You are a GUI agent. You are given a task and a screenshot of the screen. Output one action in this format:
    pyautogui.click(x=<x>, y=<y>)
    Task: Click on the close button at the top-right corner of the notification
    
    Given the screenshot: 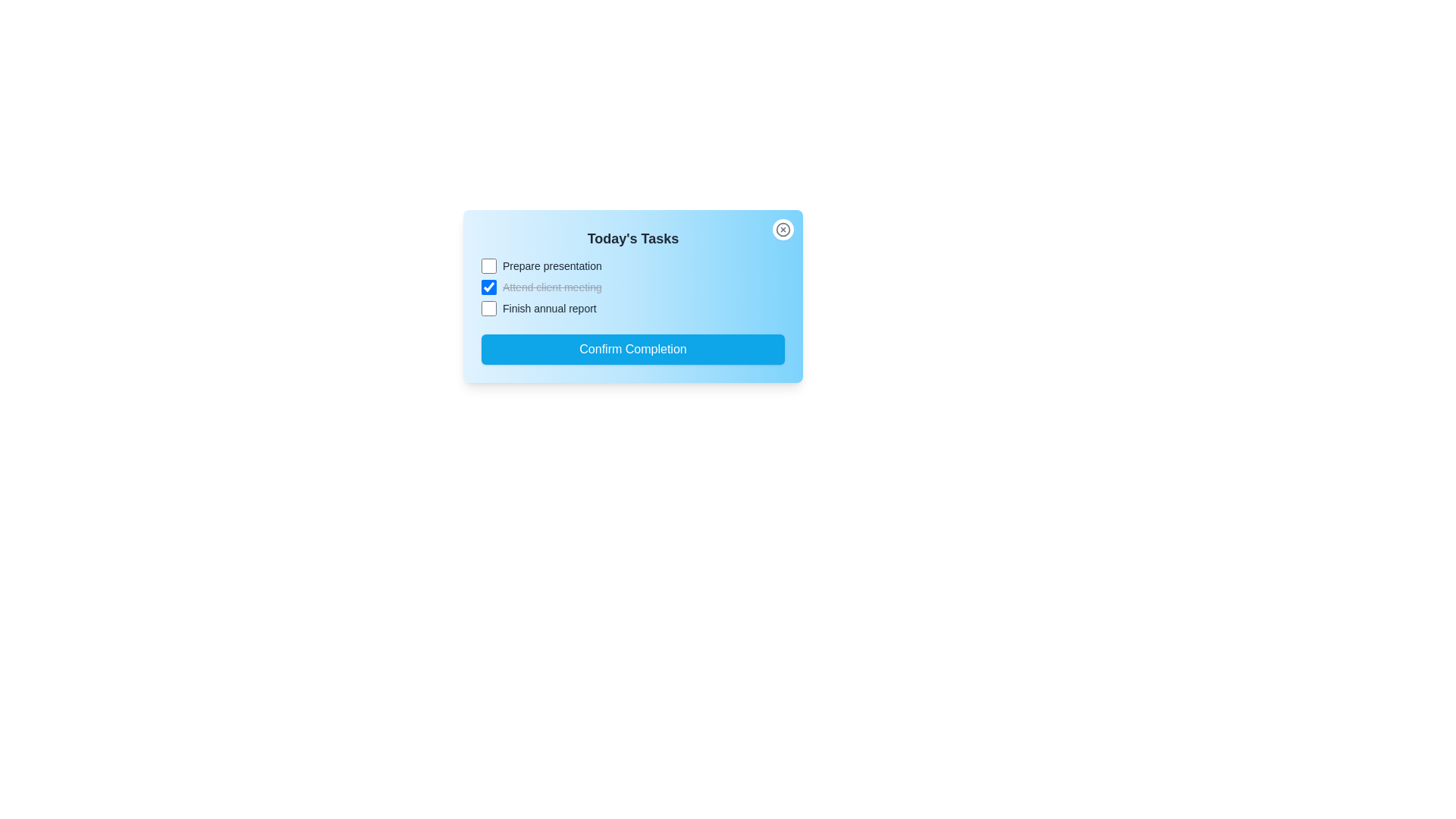 What is the action you would take?
    pyautogui.click(x=783, y=230)
    